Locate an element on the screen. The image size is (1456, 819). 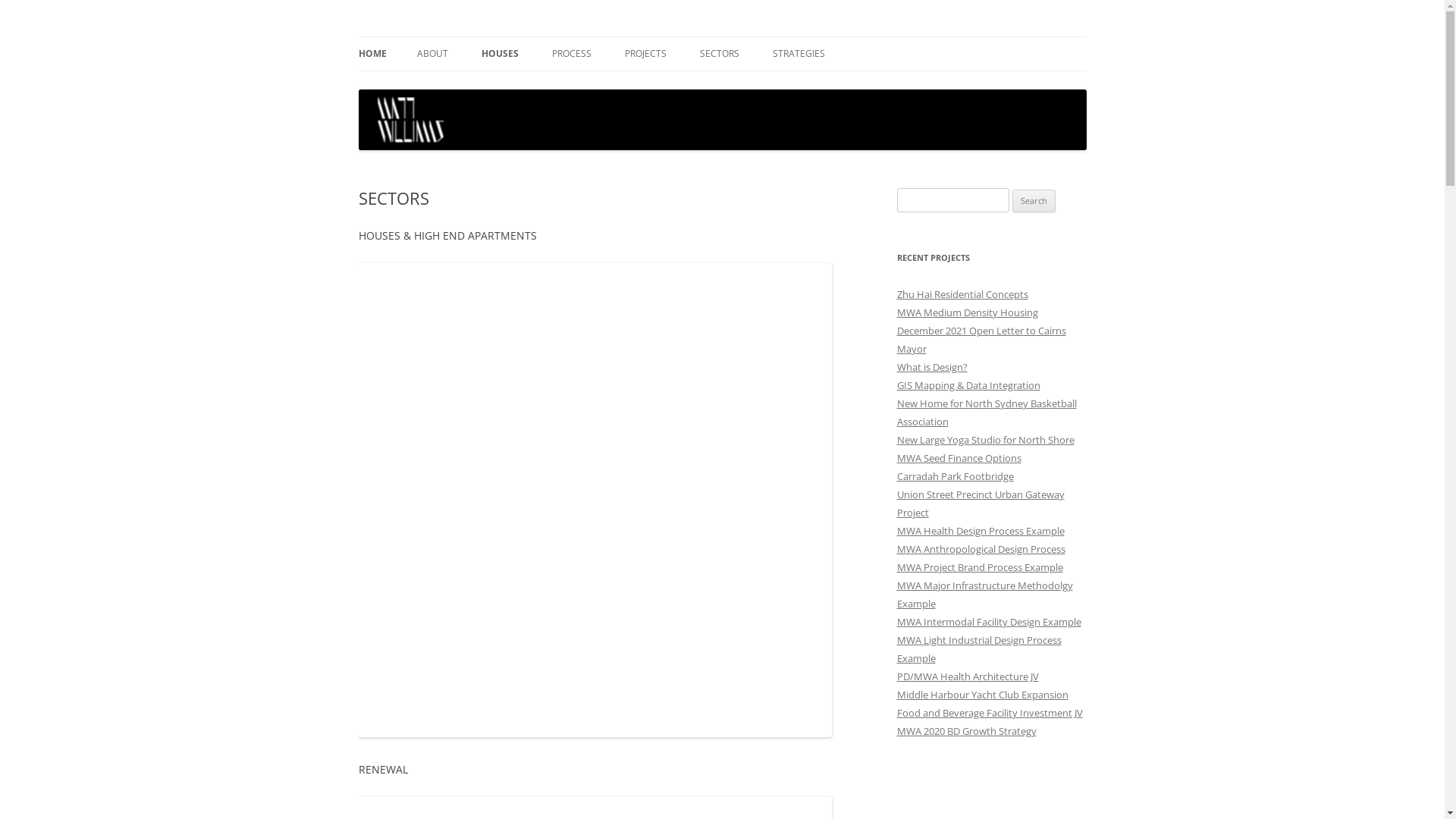
'MWA Health Design Process Example' is located at coordinates (980, 529).